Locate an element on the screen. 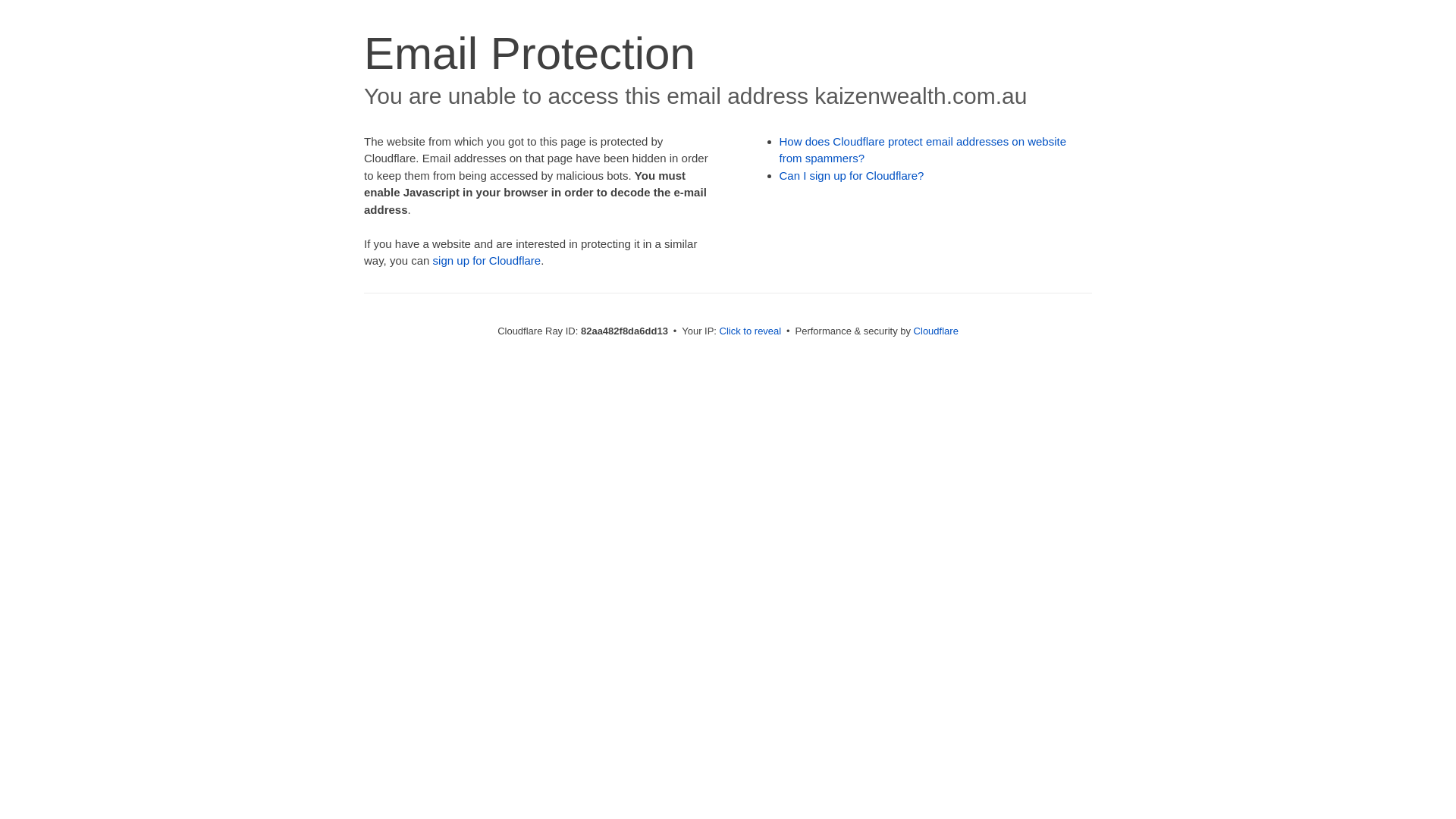  'Click to reveal' is located at coordinates (750, 330).